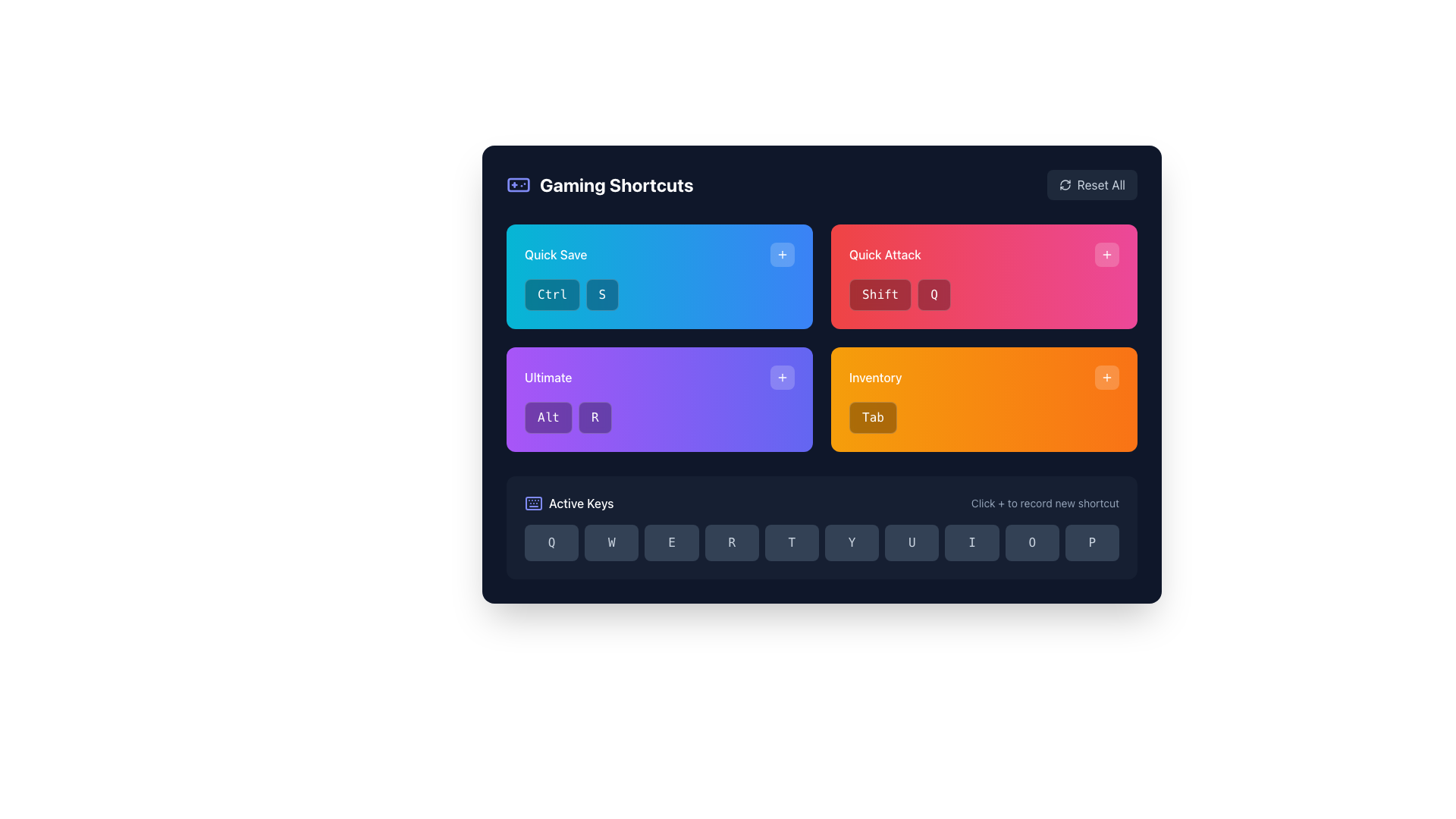 The height and width of the screenshot is (819, 1456). I want to click on the 'Quick Save' button located at the top-right corner of its bounding box, so click(783, 253).